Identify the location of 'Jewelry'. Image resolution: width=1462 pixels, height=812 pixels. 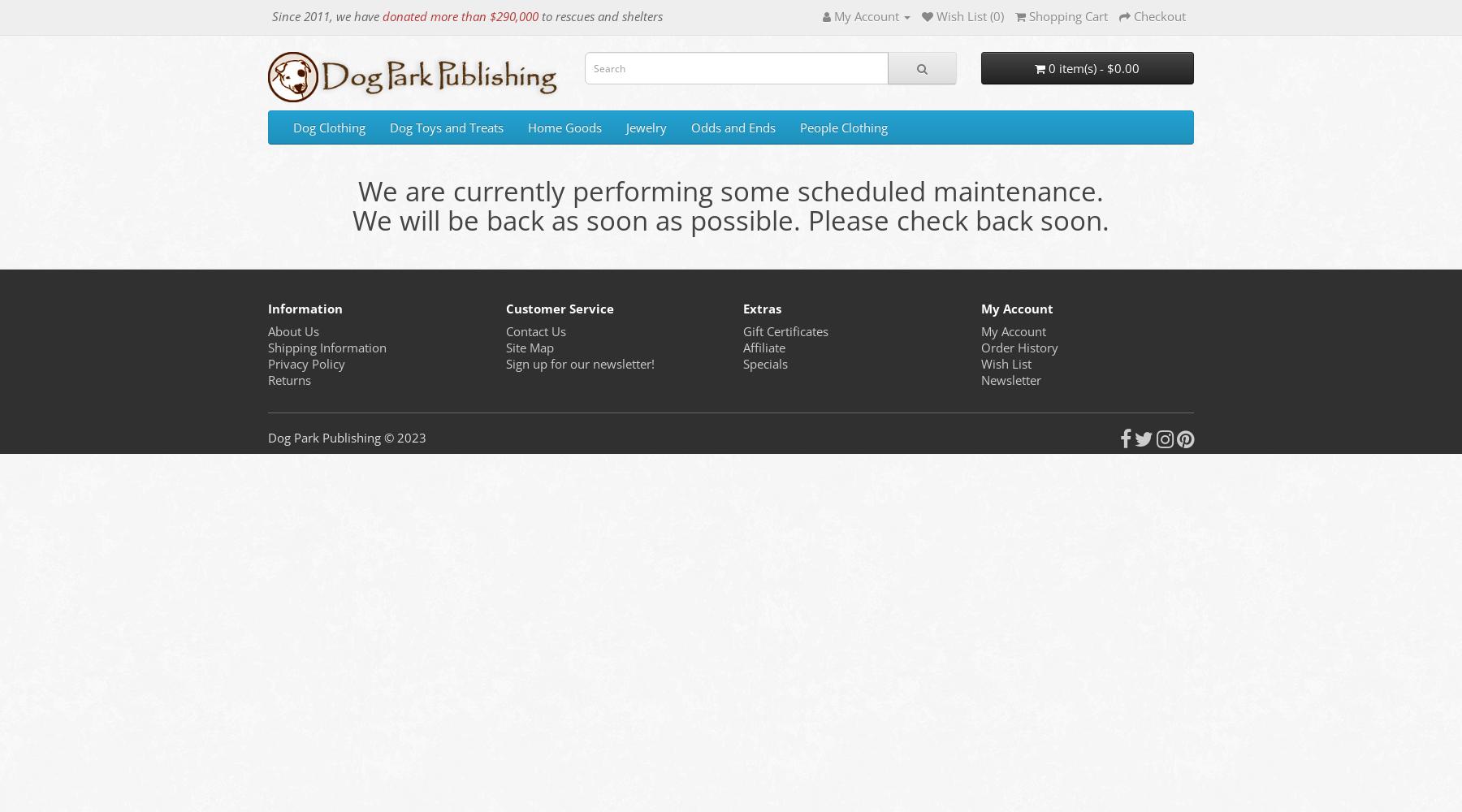
(646, 127).